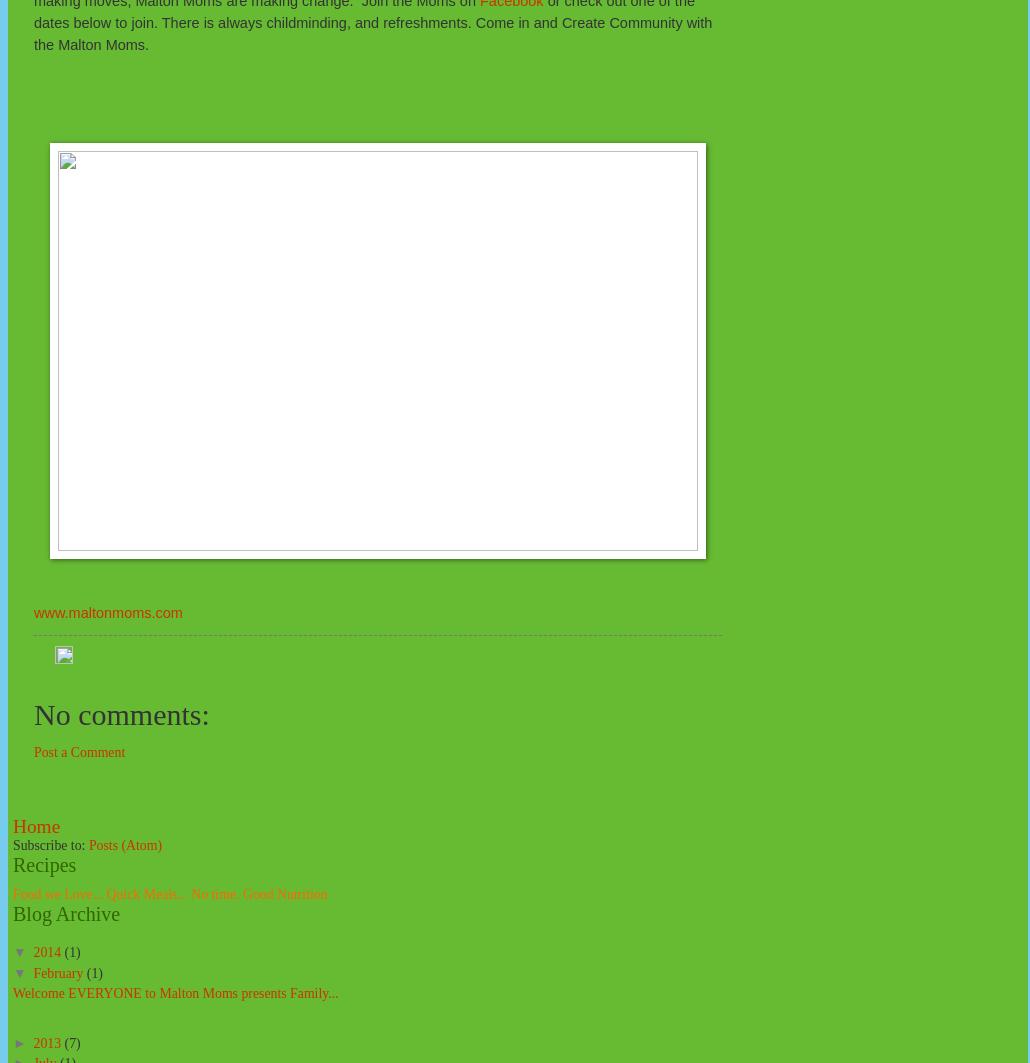 The height and width of the screenshot is (1063, 1030). I want to click on '2013', so click(32, 1041).